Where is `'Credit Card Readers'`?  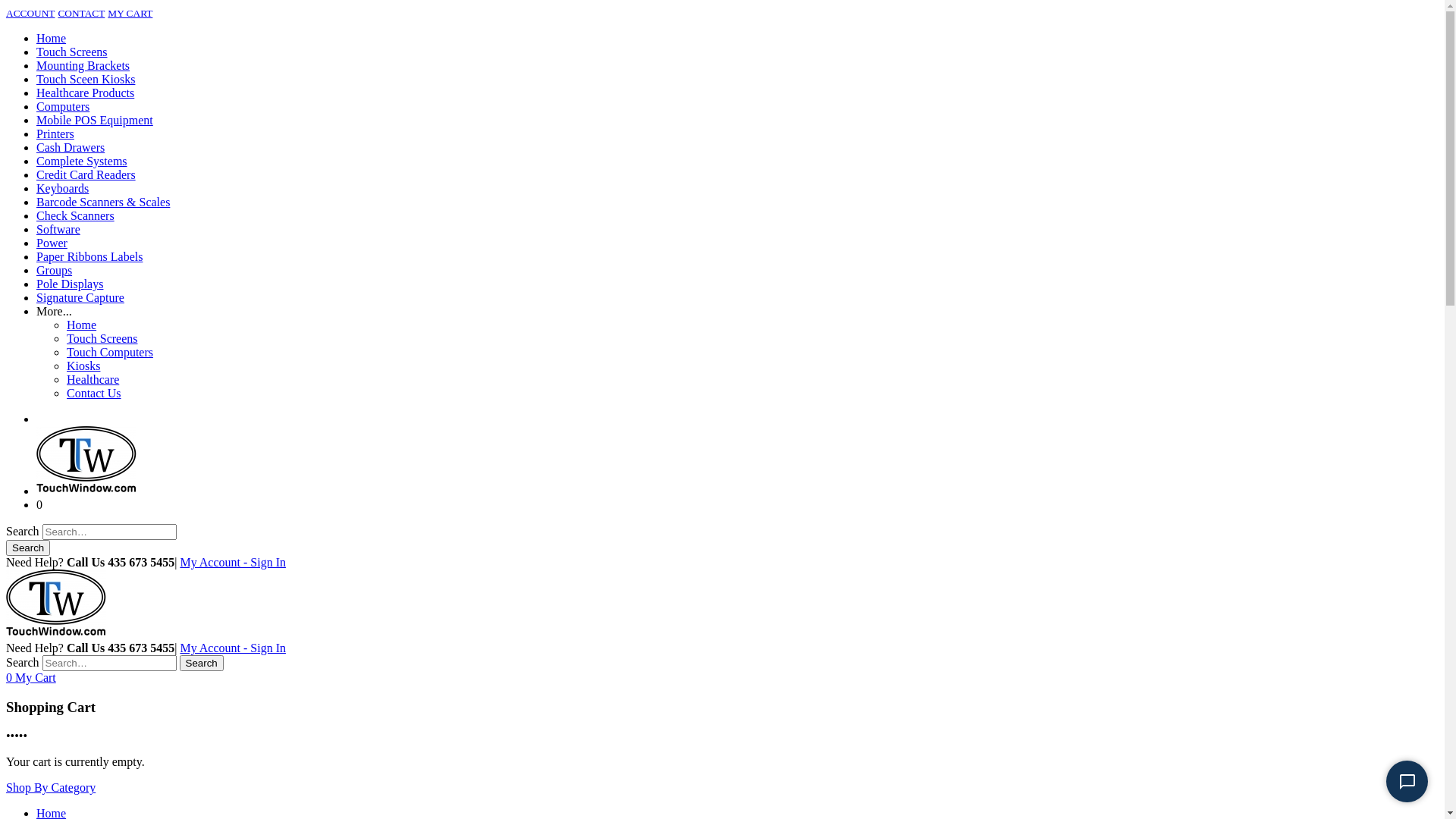 'Credit Card Readers' is located at coordinates (85, 174).